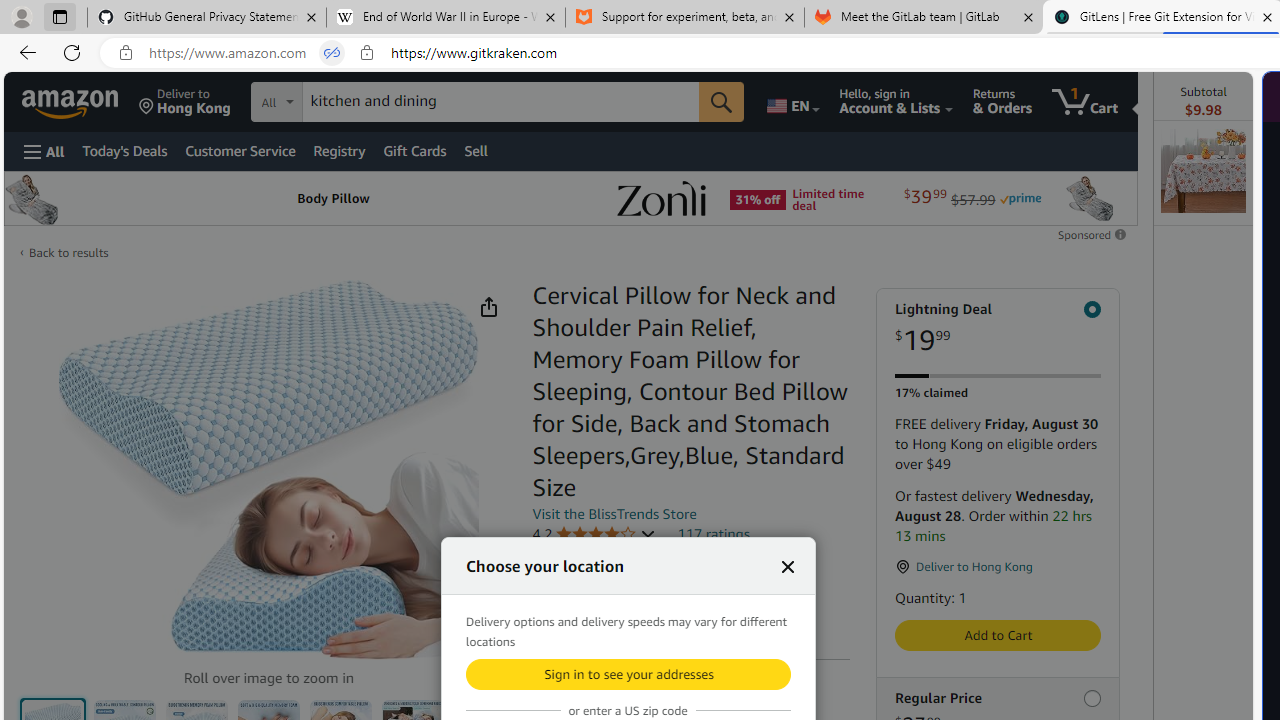 The image size is (1280, 720). Describe the element at coordinates (332, 52) in the screenshot. I see `'Tabs in split screen'` at that location.